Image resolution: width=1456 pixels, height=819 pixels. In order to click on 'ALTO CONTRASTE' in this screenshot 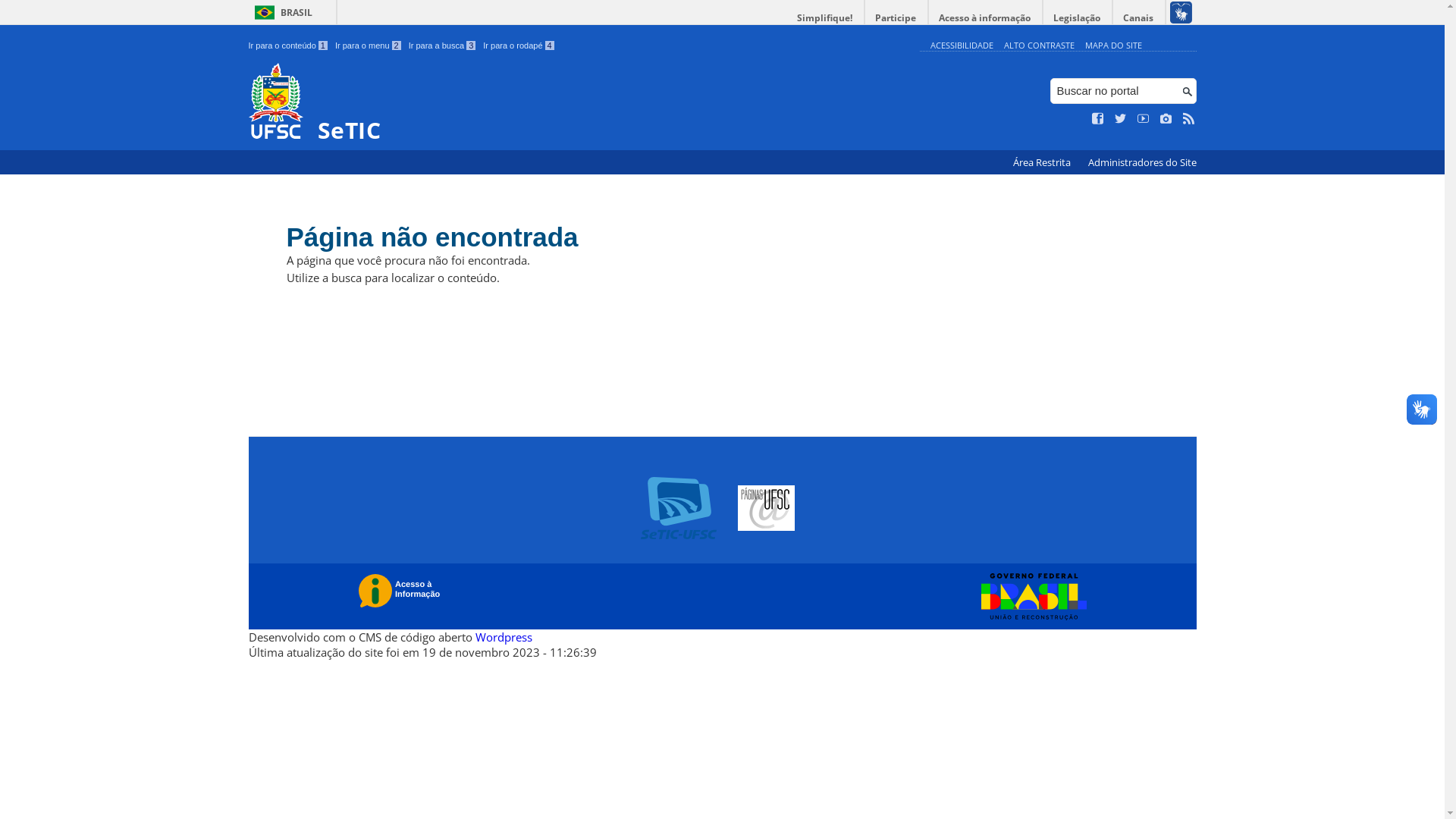, I will do `click(1004, 44)`.